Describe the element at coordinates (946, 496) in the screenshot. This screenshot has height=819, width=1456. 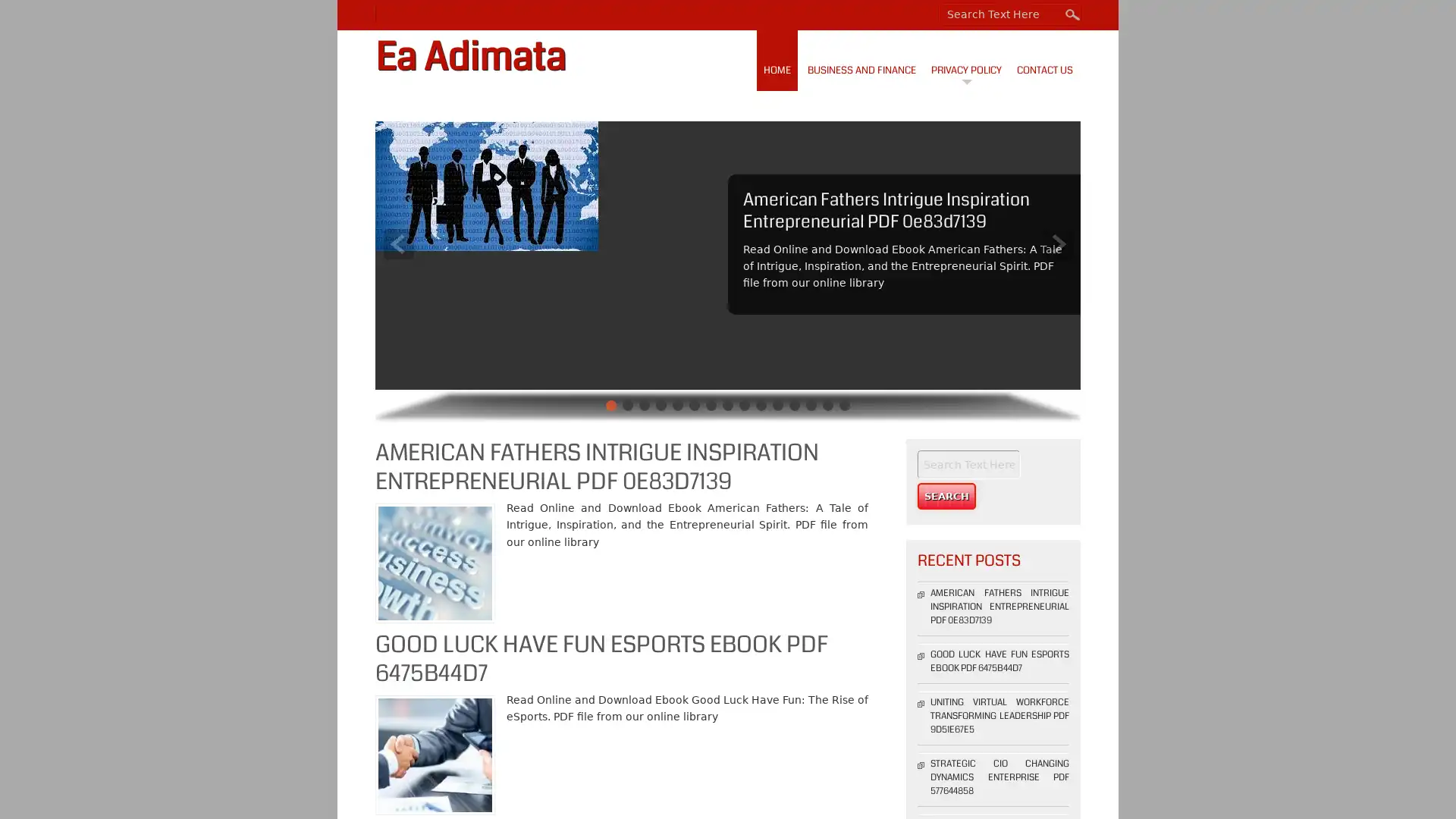
I see `Search` at that location.